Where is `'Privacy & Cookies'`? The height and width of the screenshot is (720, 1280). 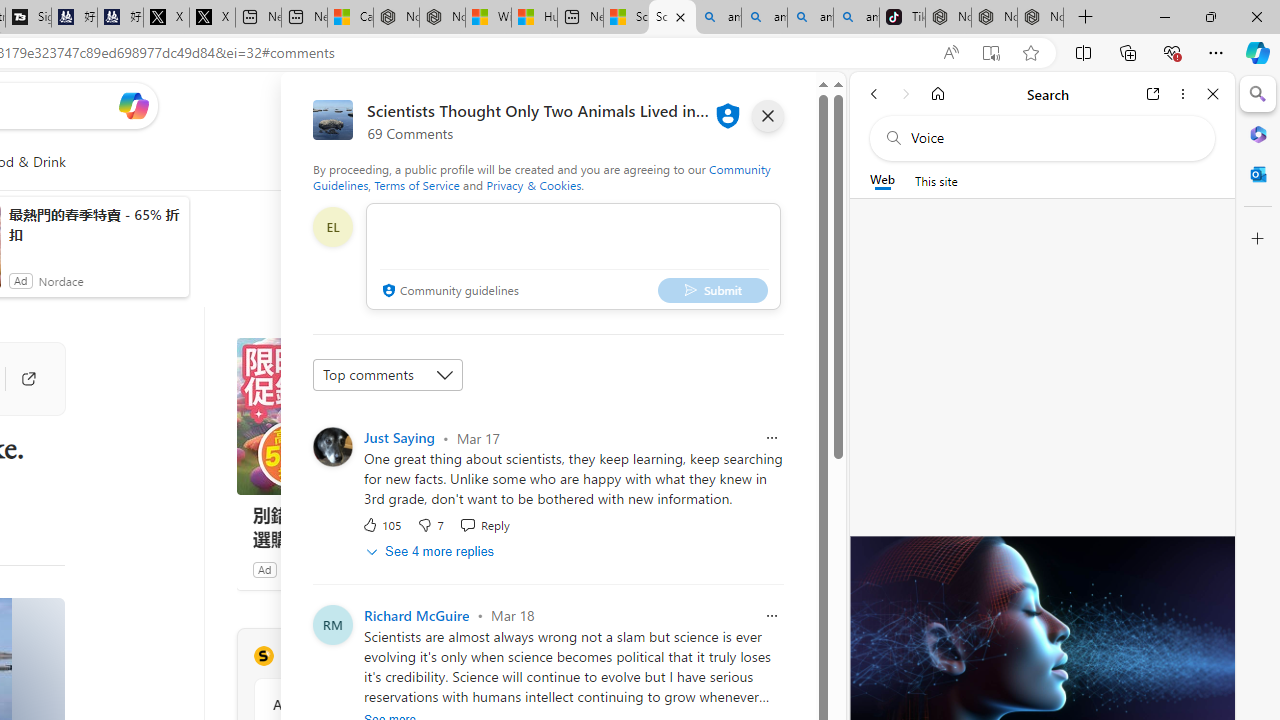
'Privacy & Cookies' is located at coordinates (534, 185).